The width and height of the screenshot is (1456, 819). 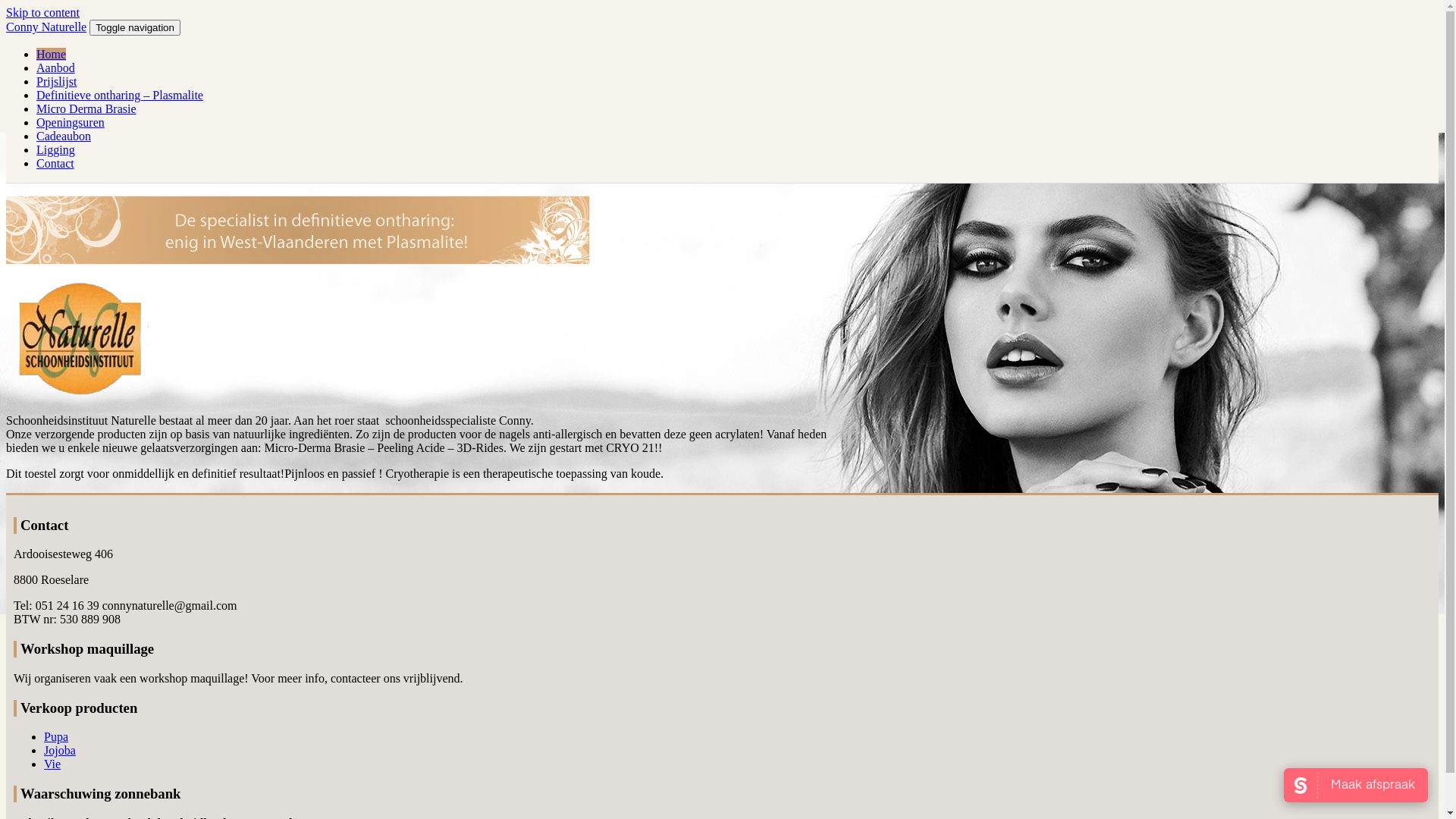 What do you see at coordinates (52, 764) in the screenshot?
I see `'Vie'` at bounding box center [52, 764].